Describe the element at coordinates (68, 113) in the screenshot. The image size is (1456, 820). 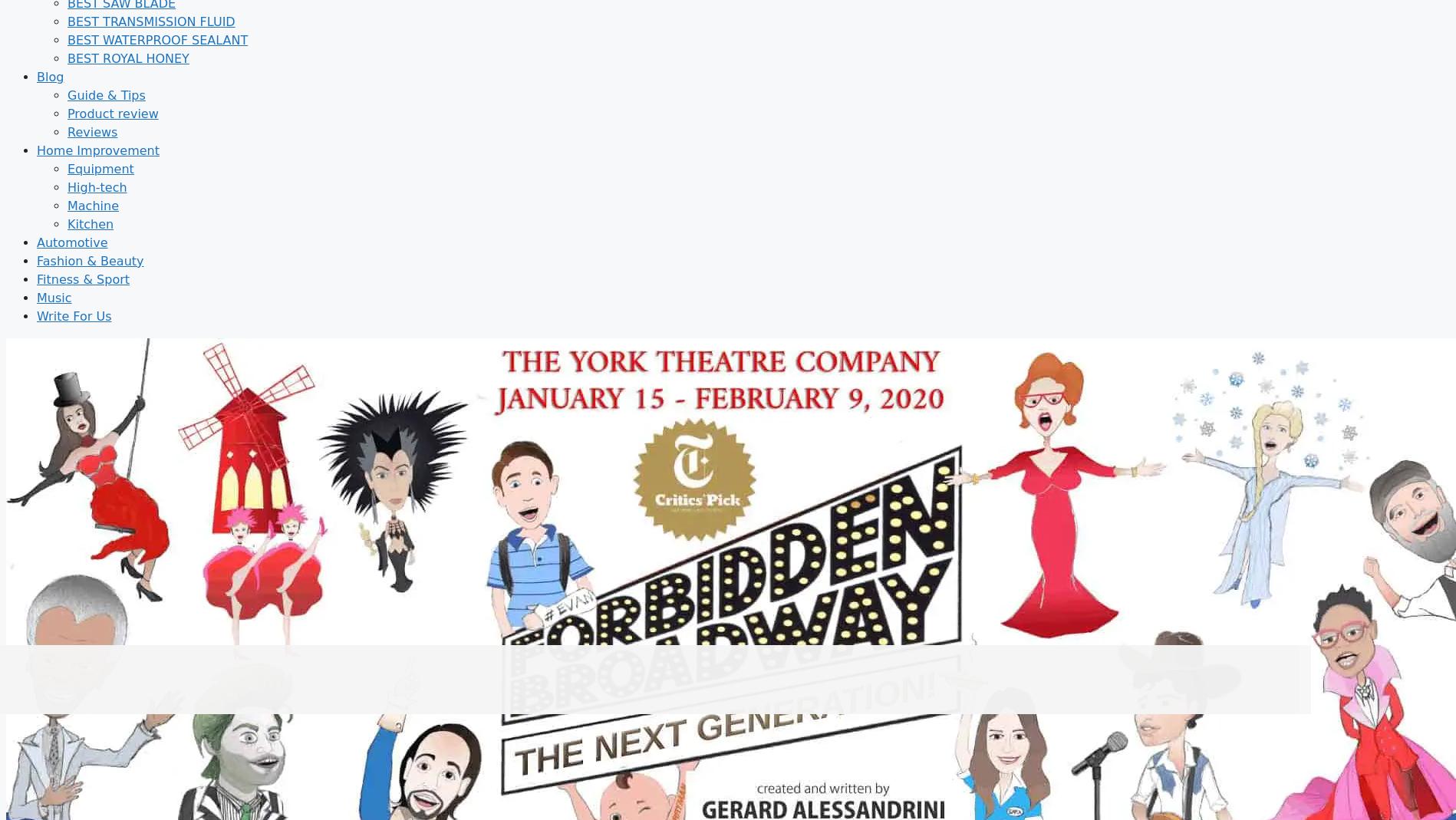
I see `'Product review'` at that location.